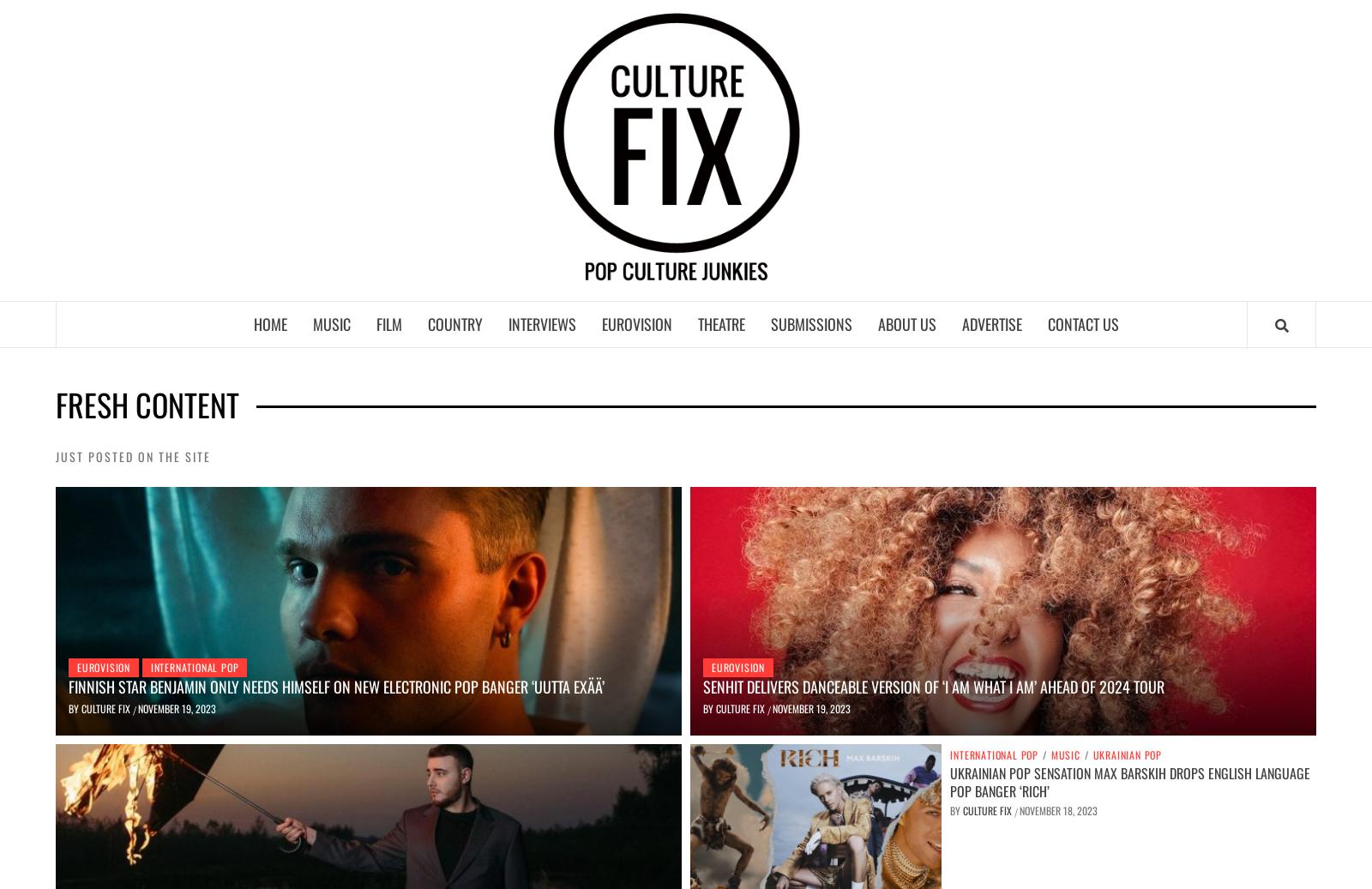 The image size is (1372, 889). I want to click on 'International Pop', so click(381, 417).